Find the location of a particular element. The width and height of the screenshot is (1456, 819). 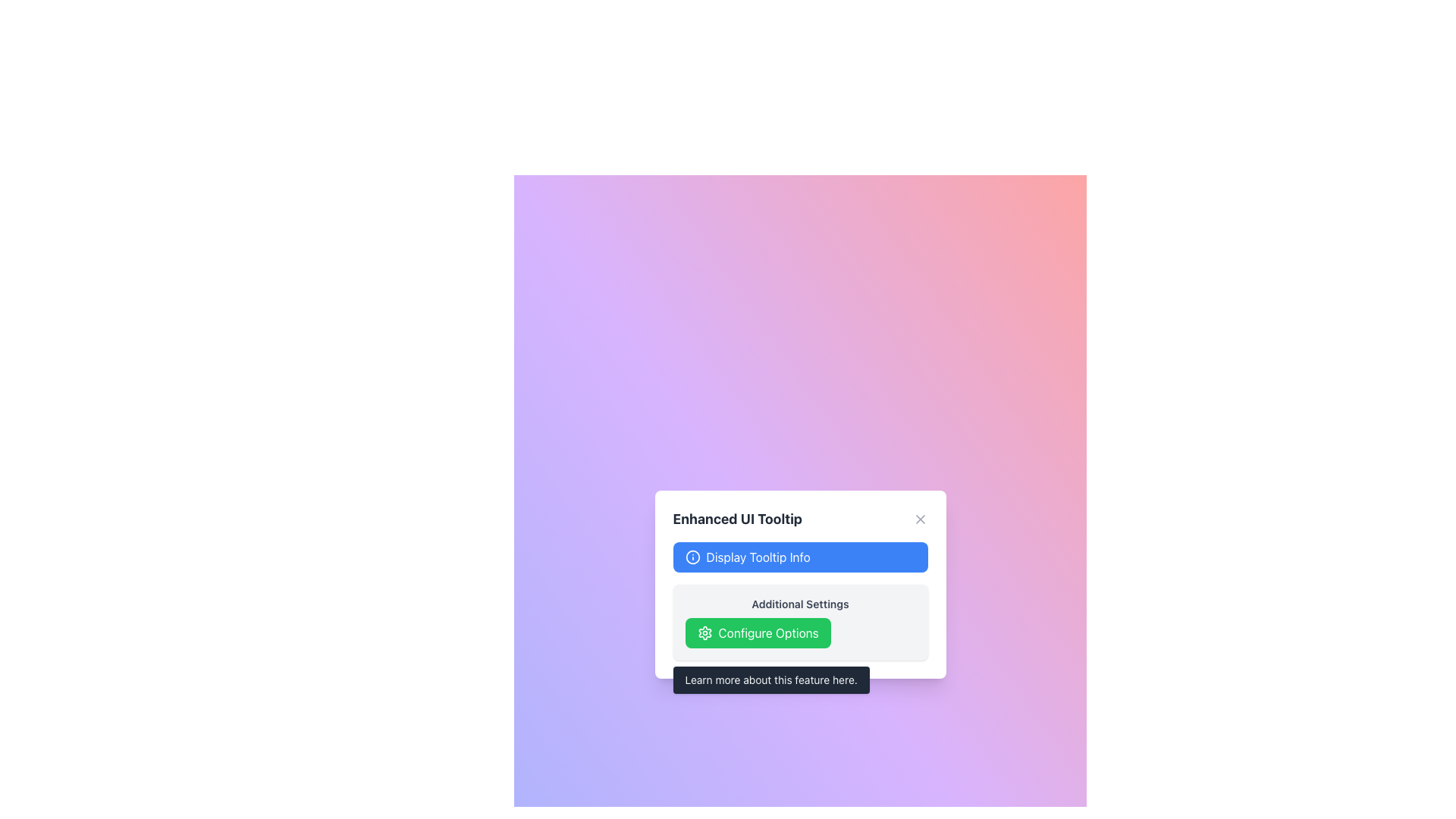

the circular icon with a hollow center and blue fill, located in the tooltip window near the text label 'Display Tooltip Info' is located at coordinates (692, 557).